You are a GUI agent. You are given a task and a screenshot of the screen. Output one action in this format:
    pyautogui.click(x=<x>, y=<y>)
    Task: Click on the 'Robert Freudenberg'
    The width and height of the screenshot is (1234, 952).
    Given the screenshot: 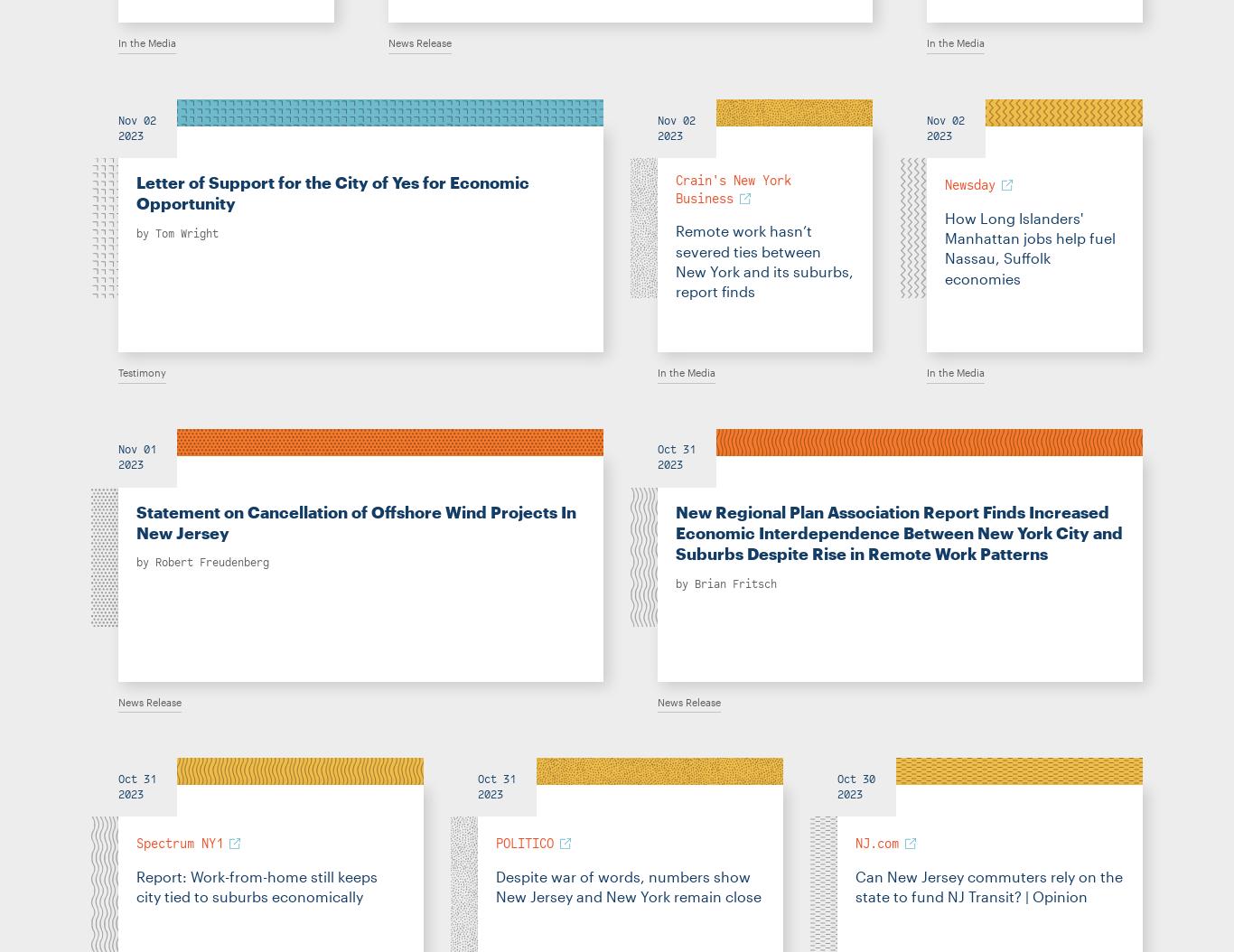 What is the action you would take?
    pyautogui.click(x=211, y=562)
    